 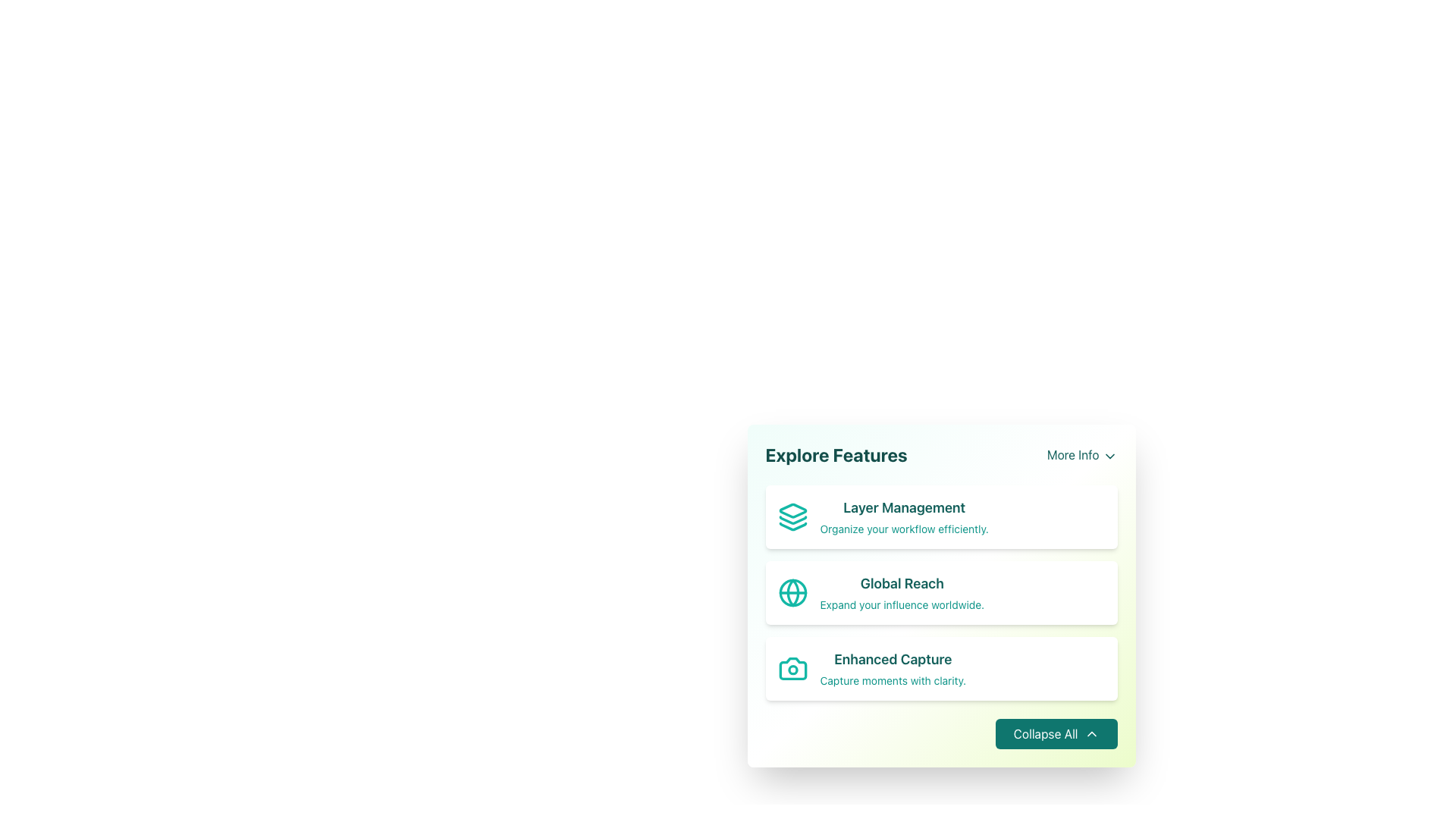 I want to click on to select the second card in the vertical list under the header 'Explore Features', which features a globe icon, a title 'Global Reach' in bold teal text, and a subtitle 'Expand your influence worldwide.', so click(x=940, y=595).